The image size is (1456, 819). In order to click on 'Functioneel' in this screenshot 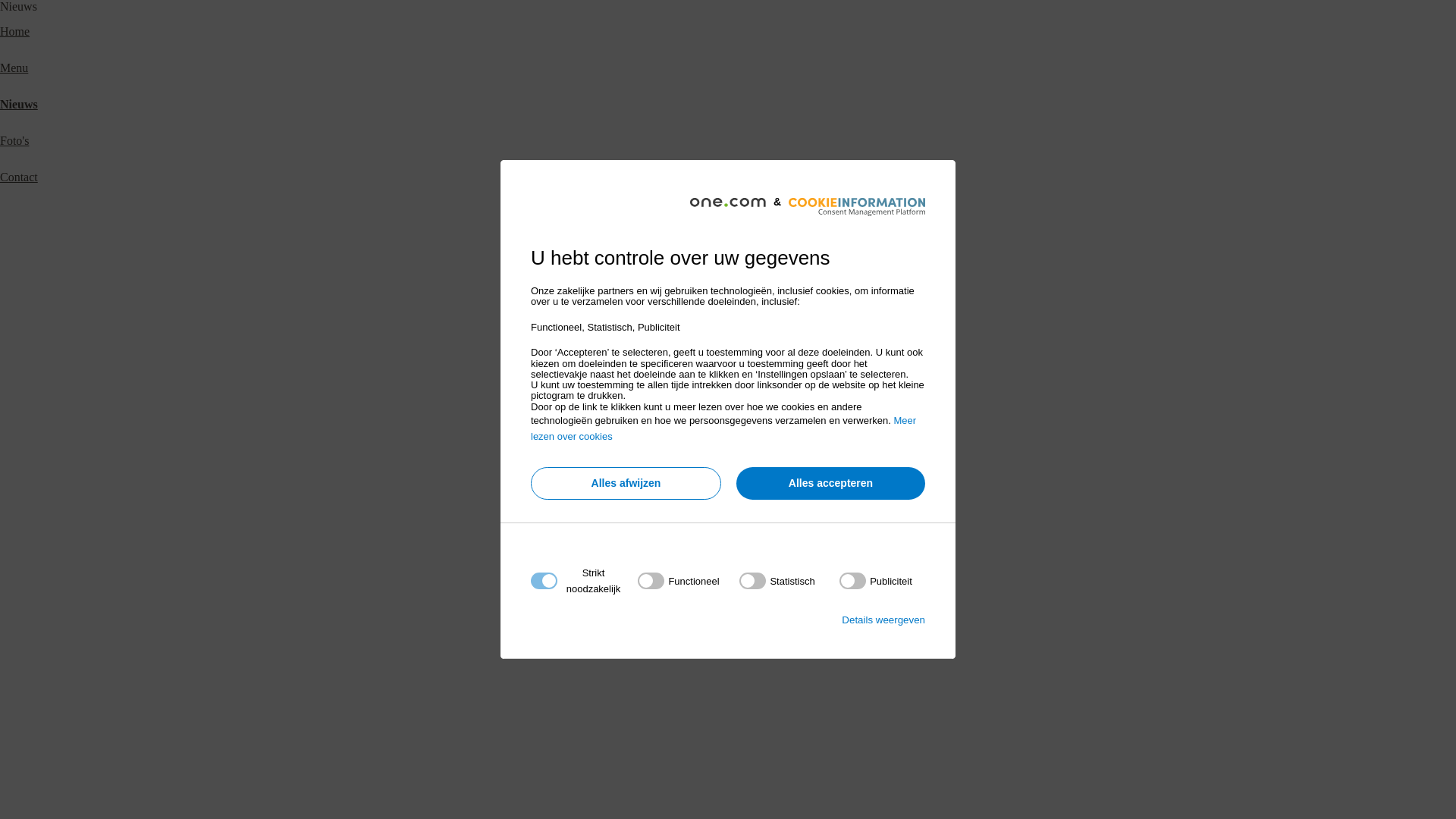, I will do `click(723, 764)`.